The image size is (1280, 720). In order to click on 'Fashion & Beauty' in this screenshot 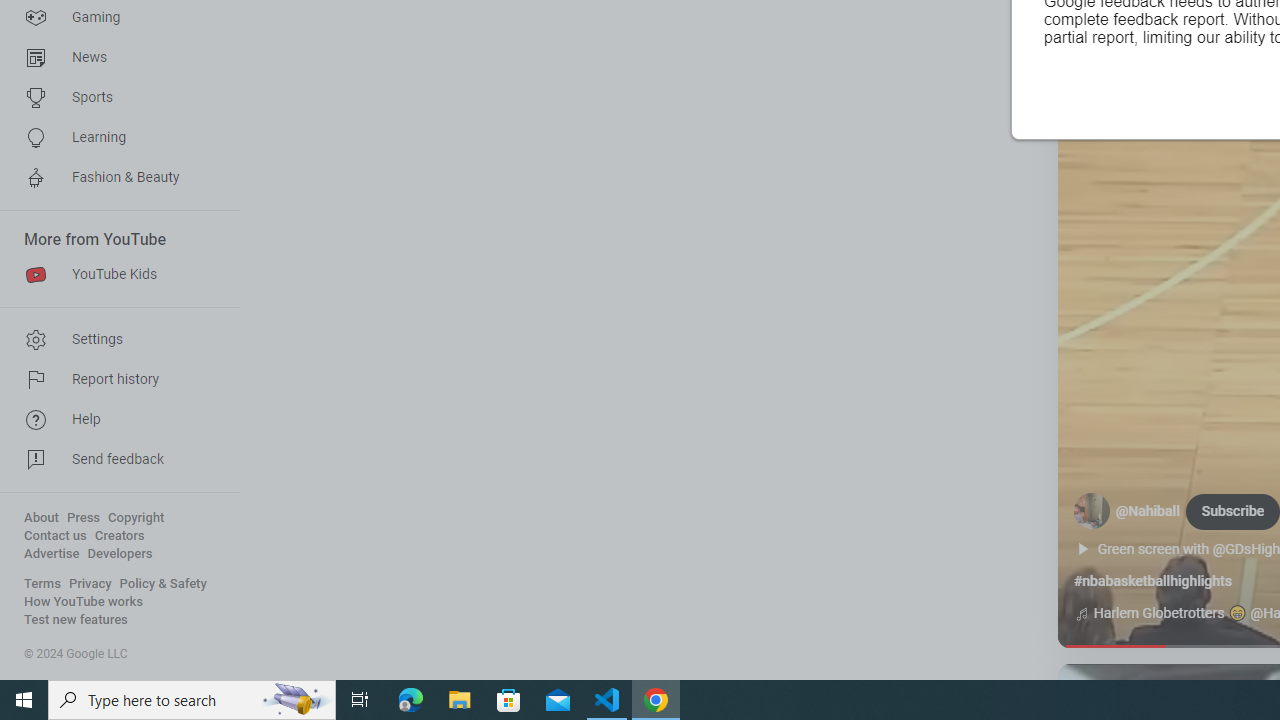, I will do `click(112, 176)`.